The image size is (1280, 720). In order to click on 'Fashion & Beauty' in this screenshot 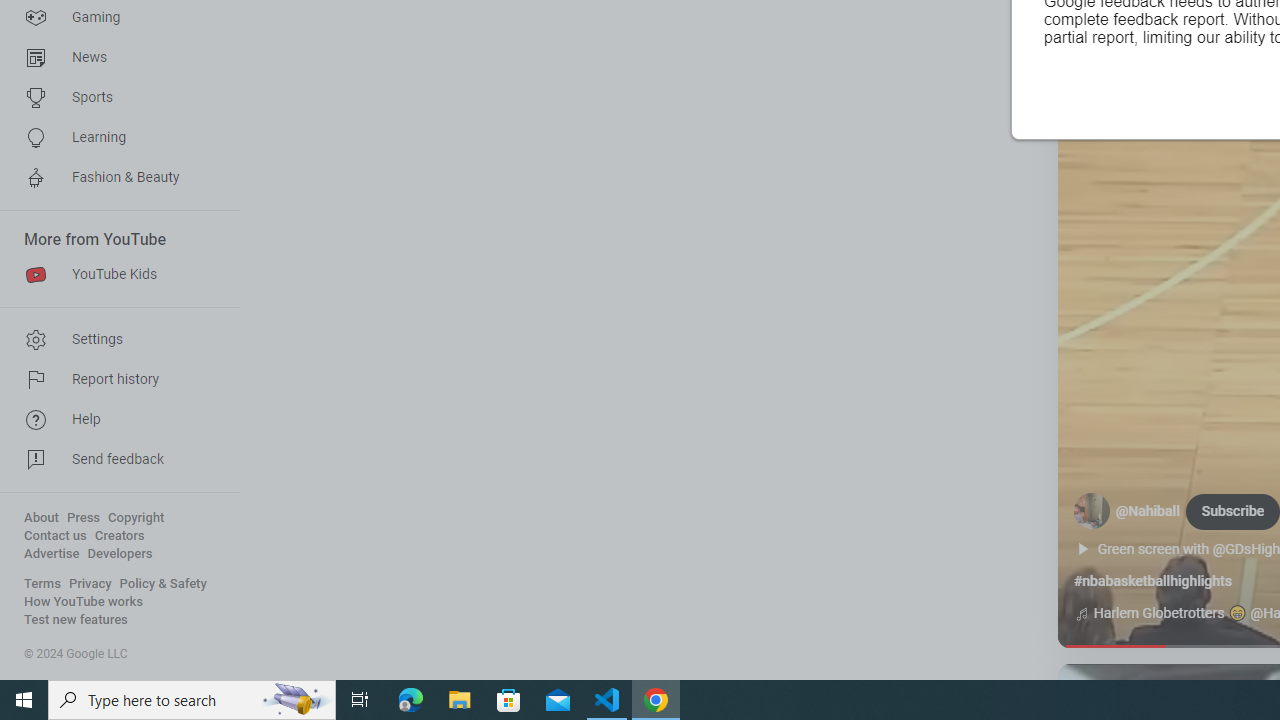, I will do `click(112, 176)`.